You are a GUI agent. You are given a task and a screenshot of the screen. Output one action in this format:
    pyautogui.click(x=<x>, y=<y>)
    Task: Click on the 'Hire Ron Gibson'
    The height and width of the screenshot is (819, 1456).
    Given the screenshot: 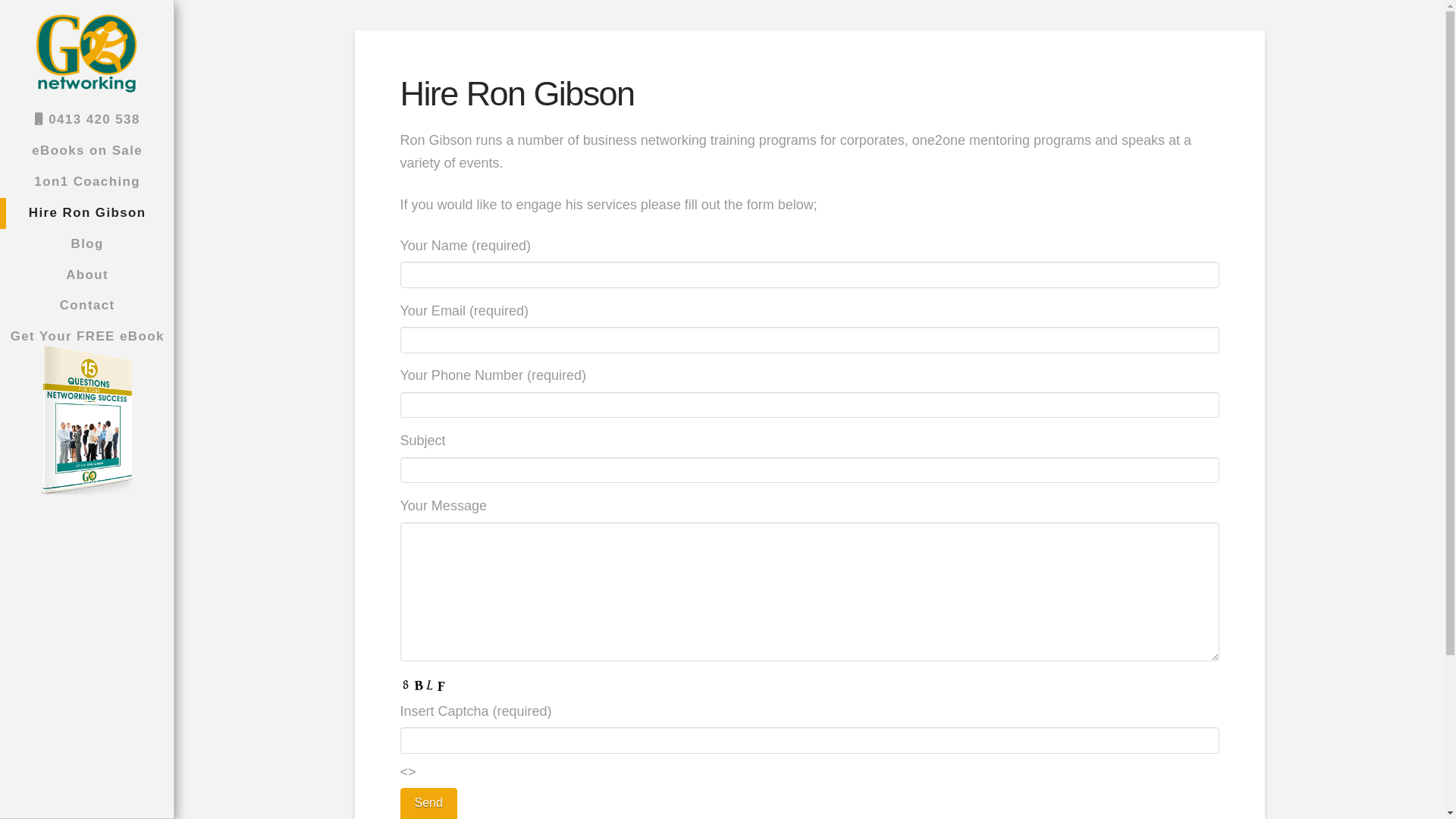 What is the action you would take?
    pyautogui.click(x=86, y=213)
    